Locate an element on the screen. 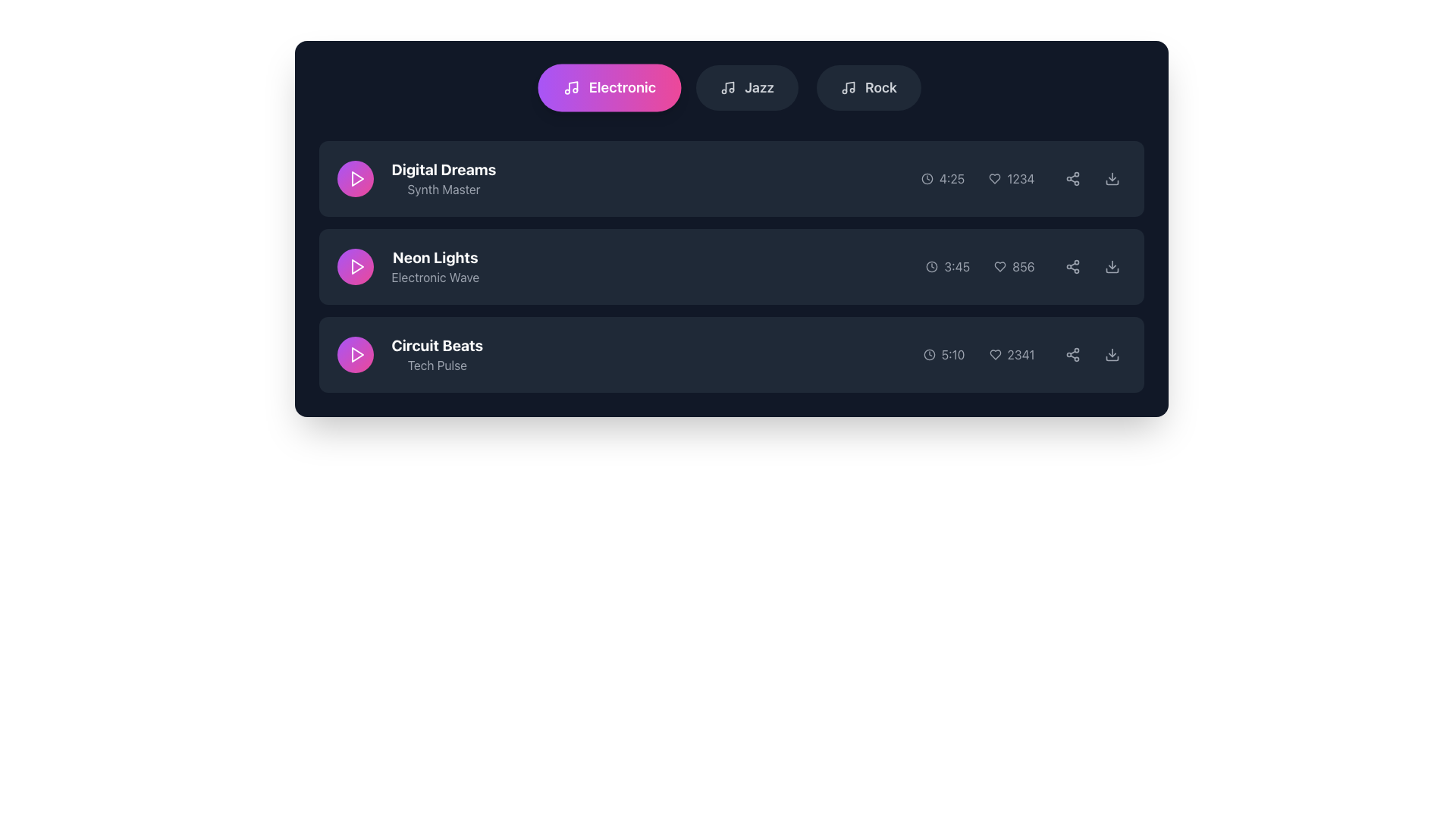  the static display of the track duration for the 'Circuit Beats' song located in the lower-right section of its list item is located at coordinates (952, 354).